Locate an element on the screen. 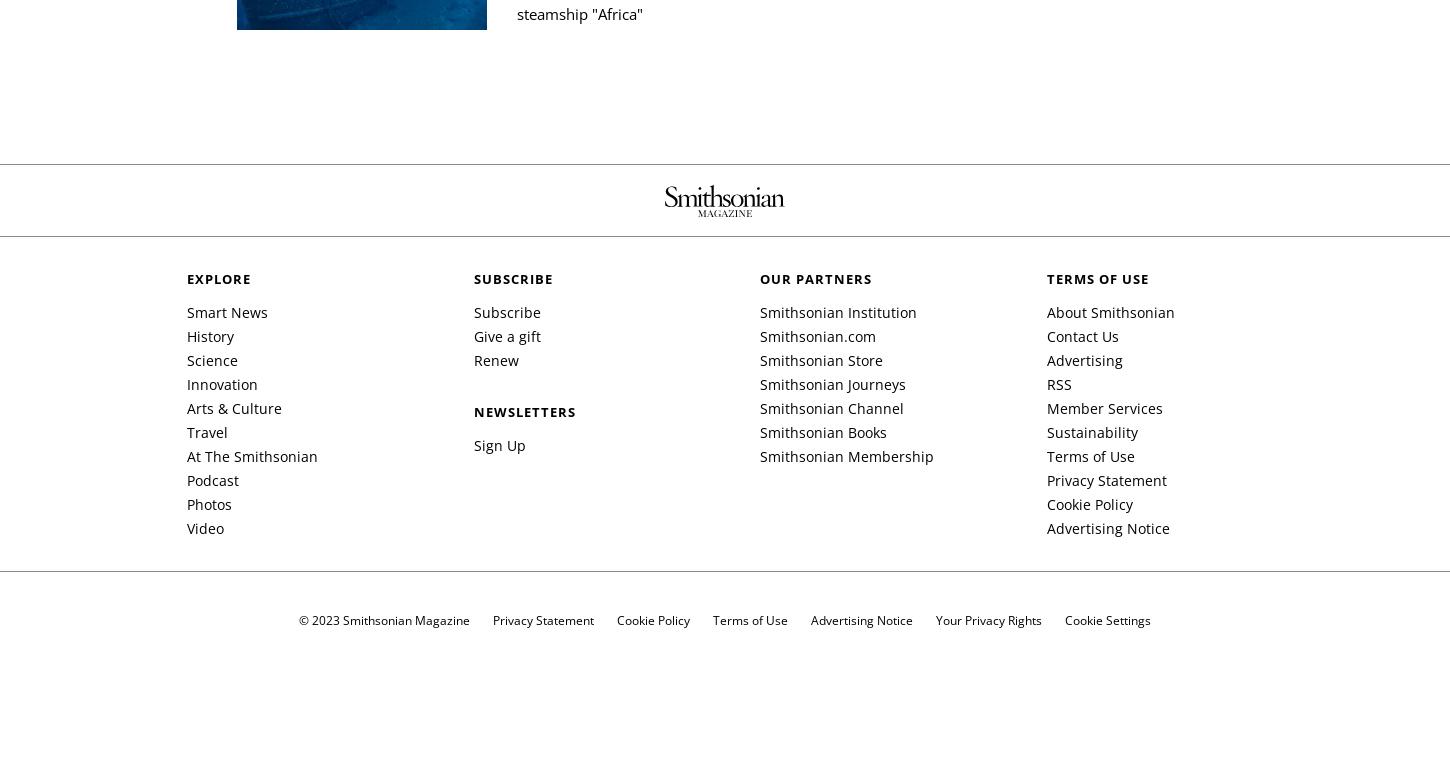  'Sign Up' is located at coordinates (471, 444).